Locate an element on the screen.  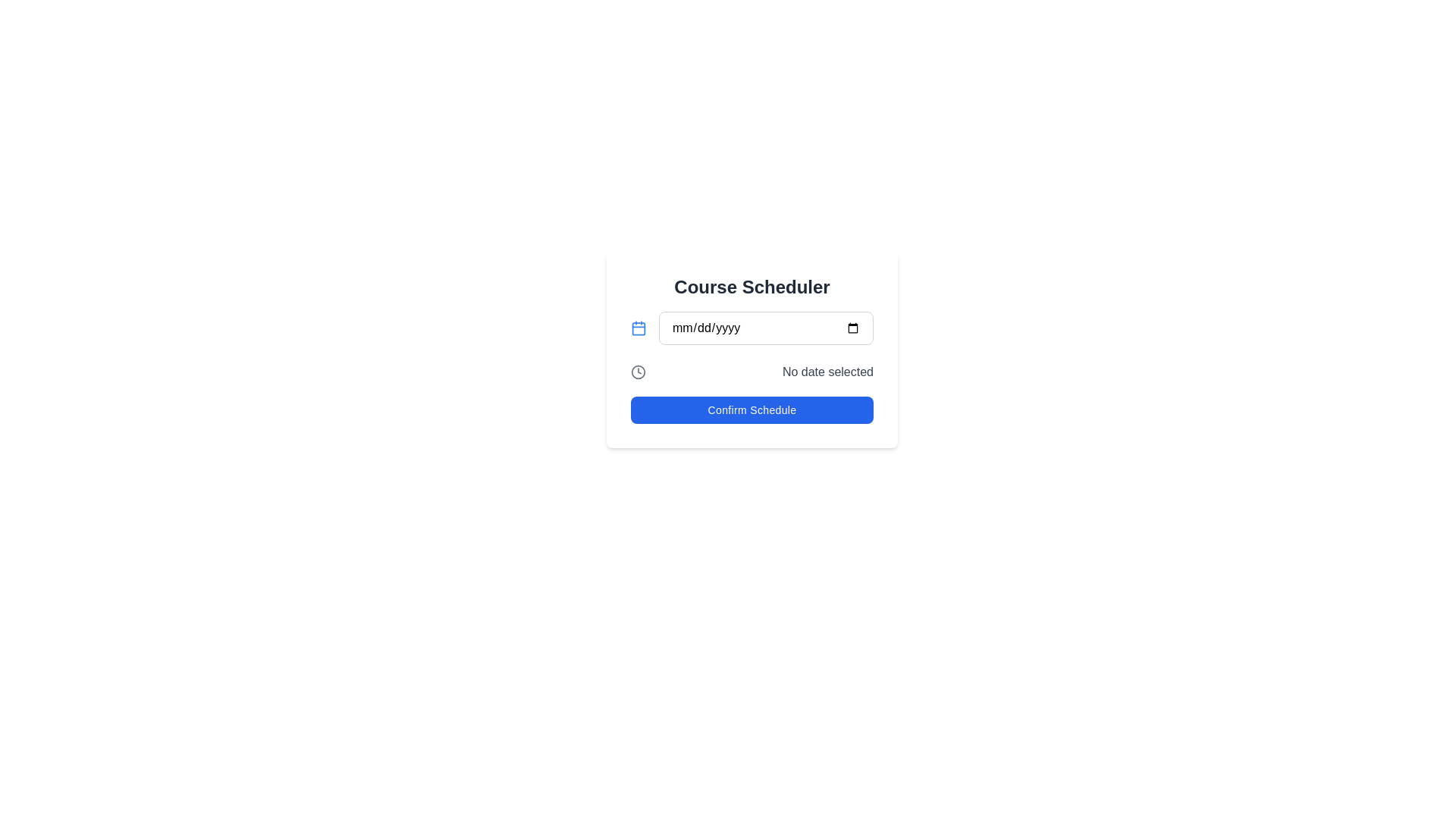
the rectangular 'Confirm Schedule' button with a blue background and white text located at the bottom of the 'Course Scheduler' section to confirm the schedule is located at coordinates (752, 409).